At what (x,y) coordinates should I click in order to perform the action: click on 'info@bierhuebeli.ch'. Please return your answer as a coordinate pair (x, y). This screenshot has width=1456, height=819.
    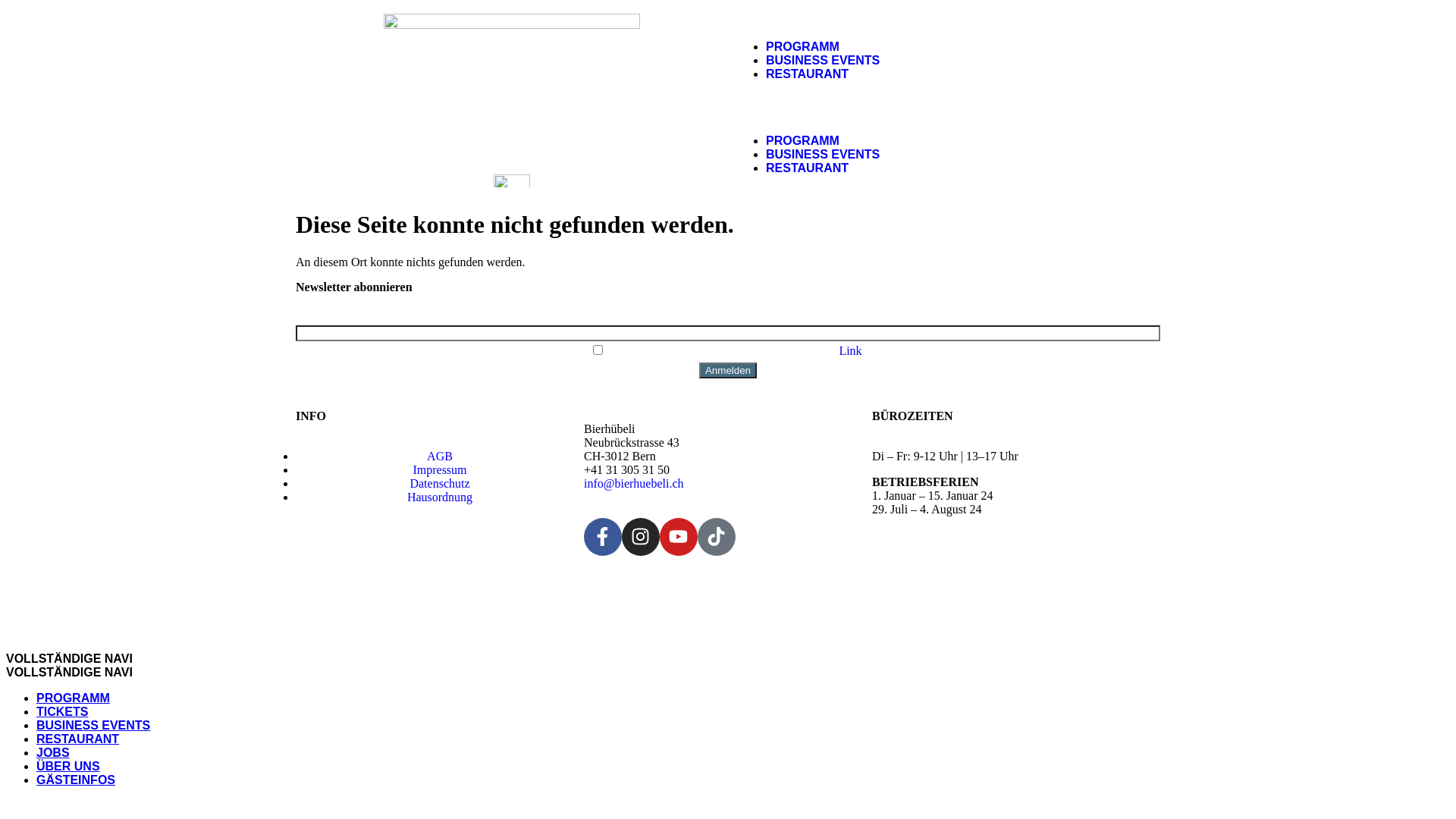
    Looking at the image, I should click on (633, 483).